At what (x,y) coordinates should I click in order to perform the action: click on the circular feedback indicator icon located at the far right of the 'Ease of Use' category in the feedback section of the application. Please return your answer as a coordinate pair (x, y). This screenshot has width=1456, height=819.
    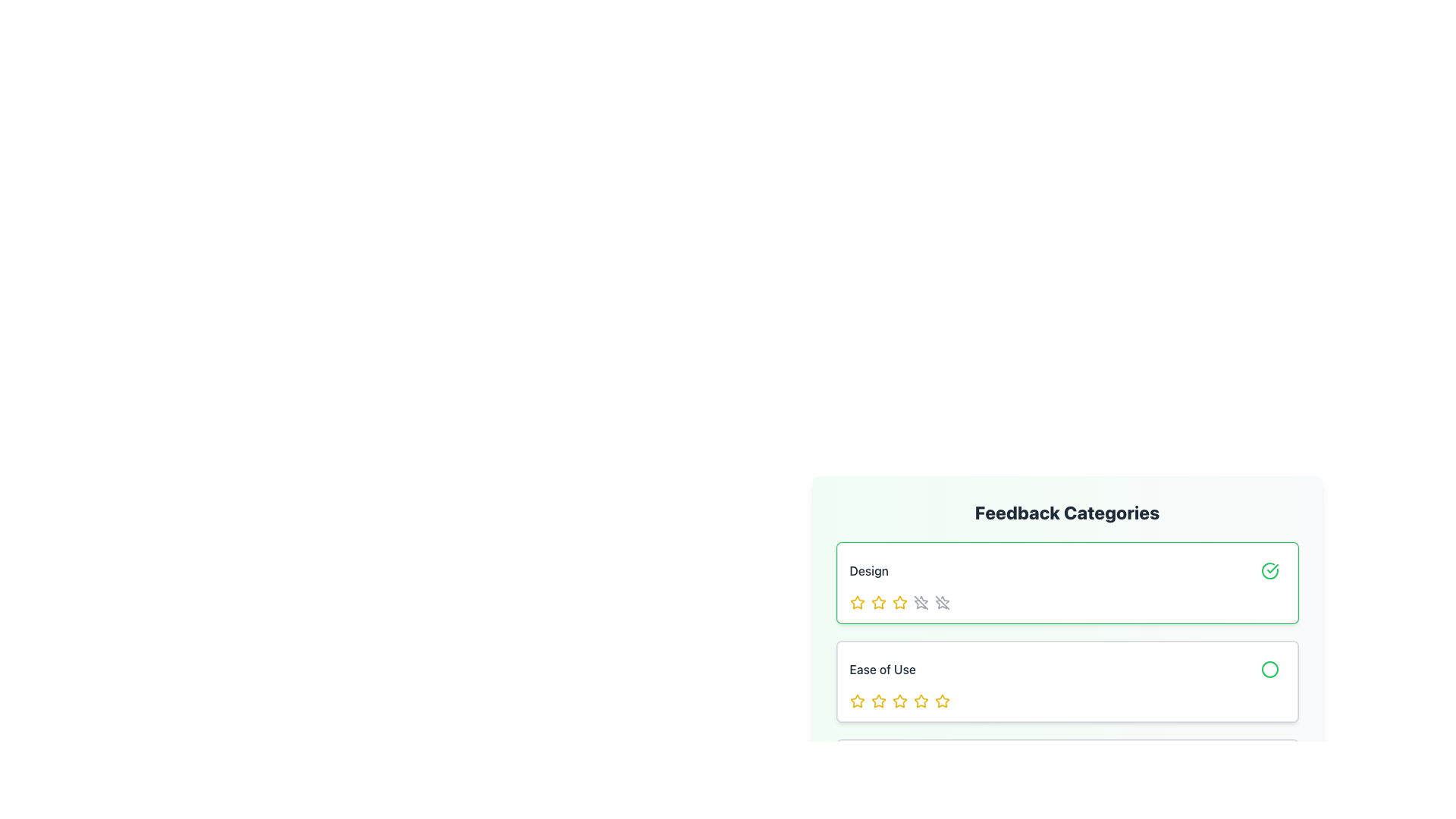
    Looking at the image, I should click on (1269, 669).